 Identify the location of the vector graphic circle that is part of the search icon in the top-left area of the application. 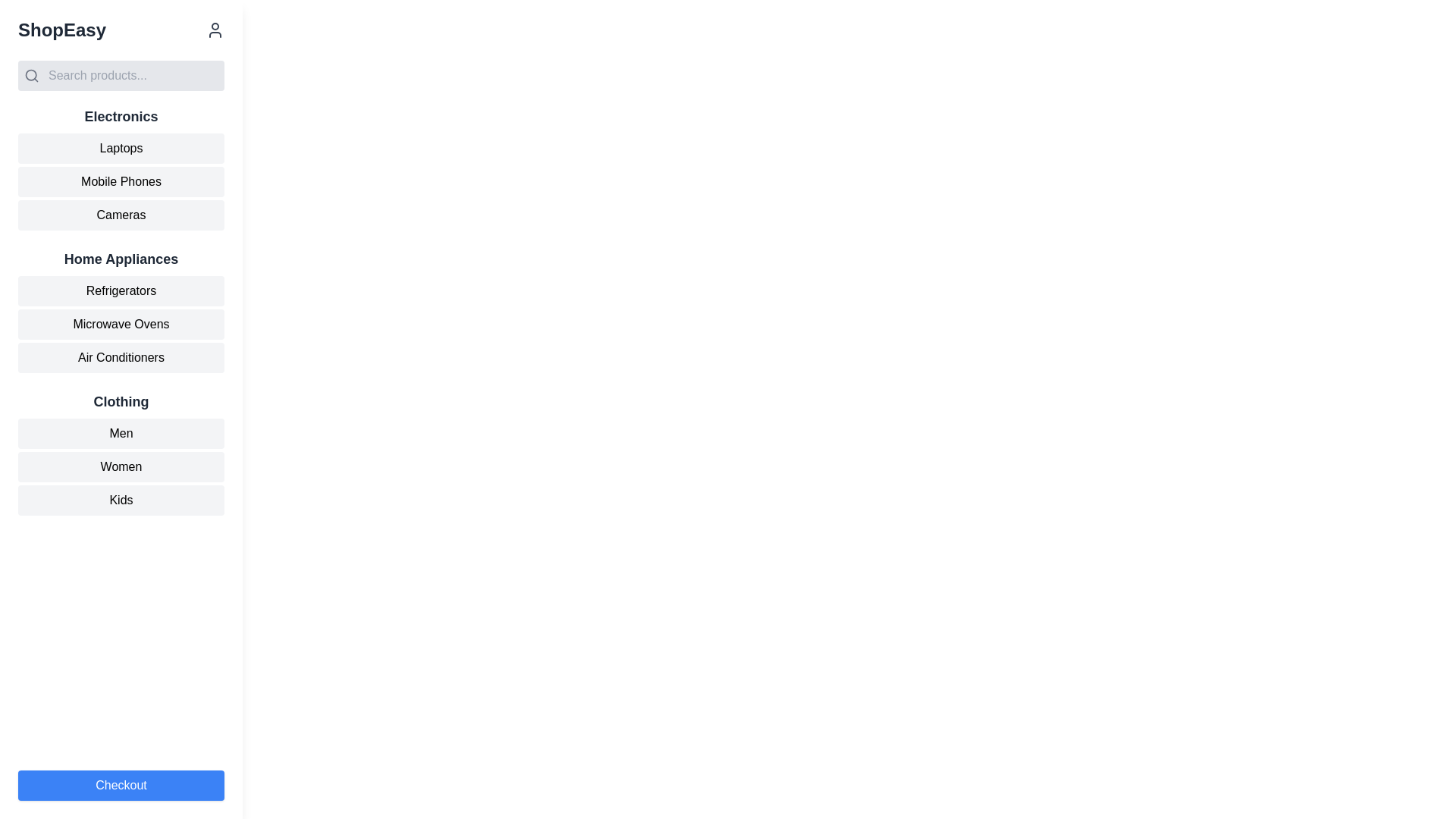
(31, 75).